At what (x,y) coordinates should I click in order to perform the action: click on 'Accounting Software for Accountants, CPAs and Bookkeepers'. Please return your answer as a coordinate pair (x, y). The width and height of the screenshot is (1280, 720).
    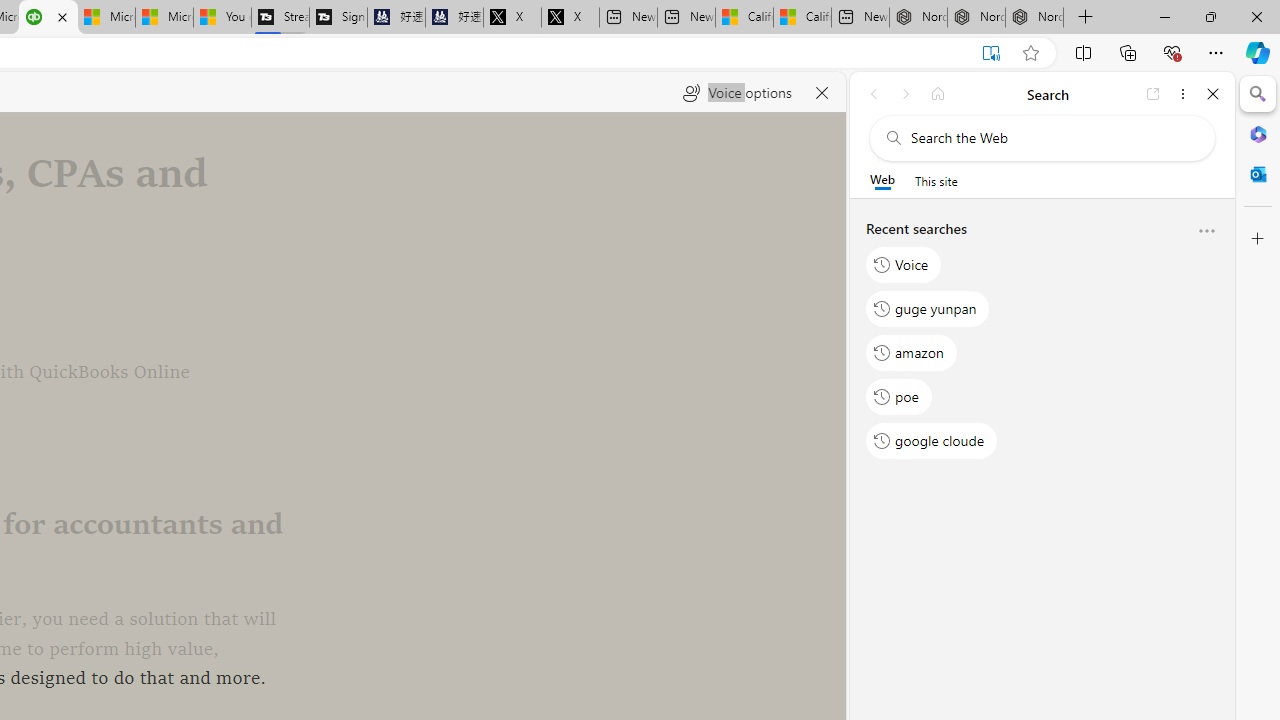
    Looking at the image, I should click on (48, 17).